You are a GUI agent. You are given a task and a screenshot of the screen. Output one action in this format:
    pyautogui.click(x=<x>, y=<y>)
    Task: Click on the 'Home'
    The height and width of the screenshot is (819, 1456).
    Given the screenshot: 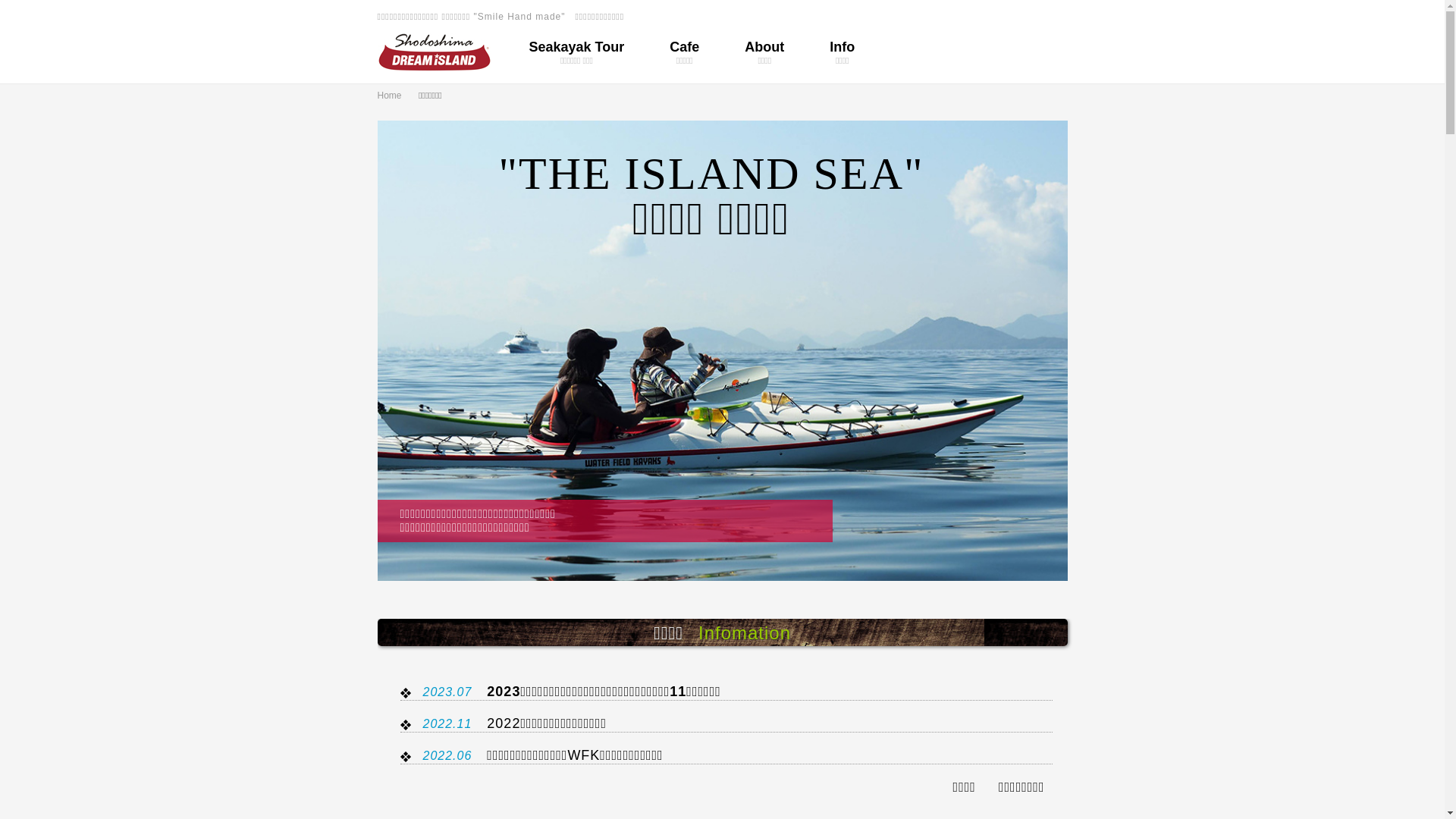 What is the action you would take?
    pyautogui.click(x=397, y=96)
    